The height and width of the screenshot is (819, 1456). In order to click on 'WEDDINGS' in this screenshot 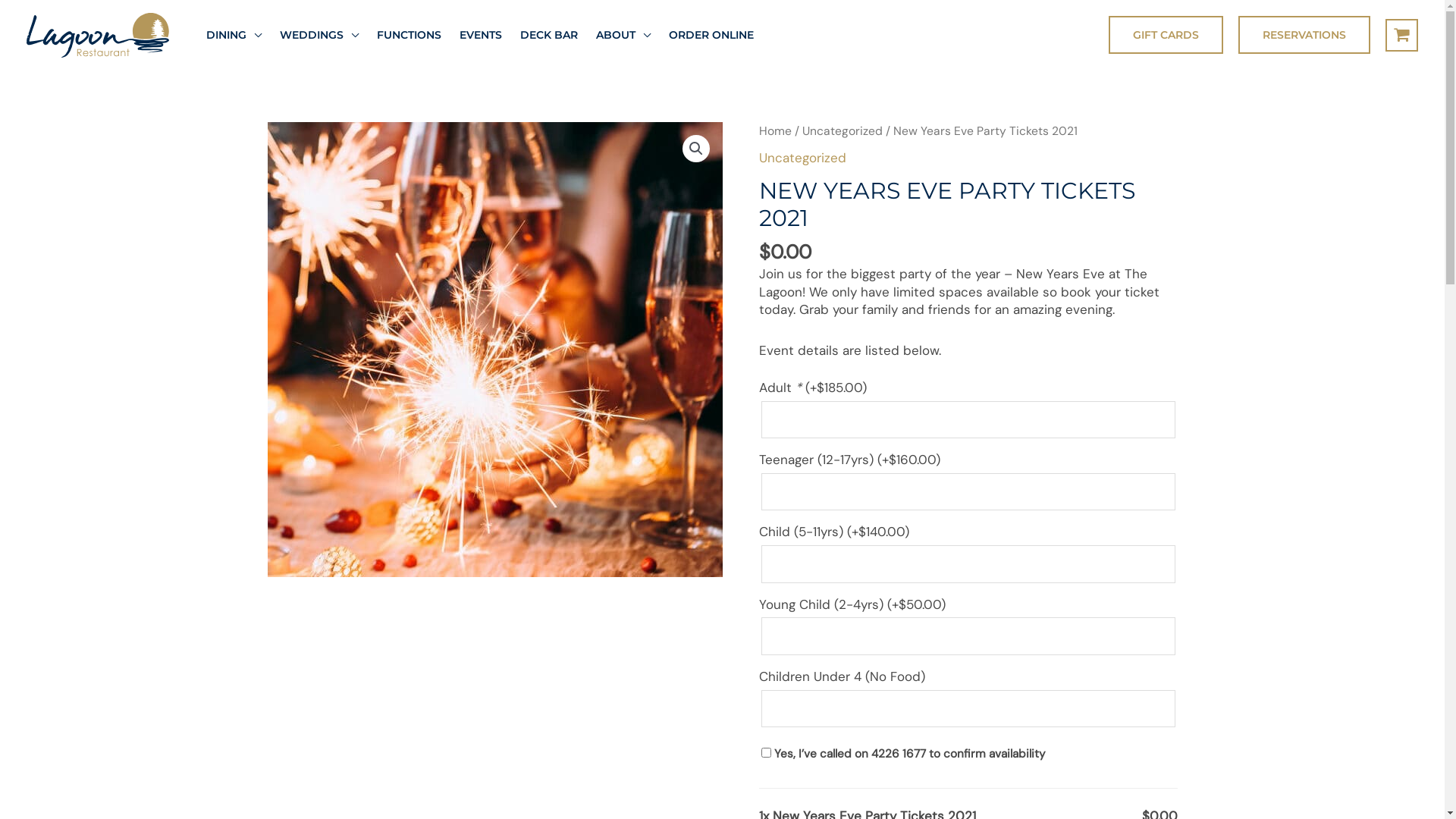, I will do `click(270, 34)`.